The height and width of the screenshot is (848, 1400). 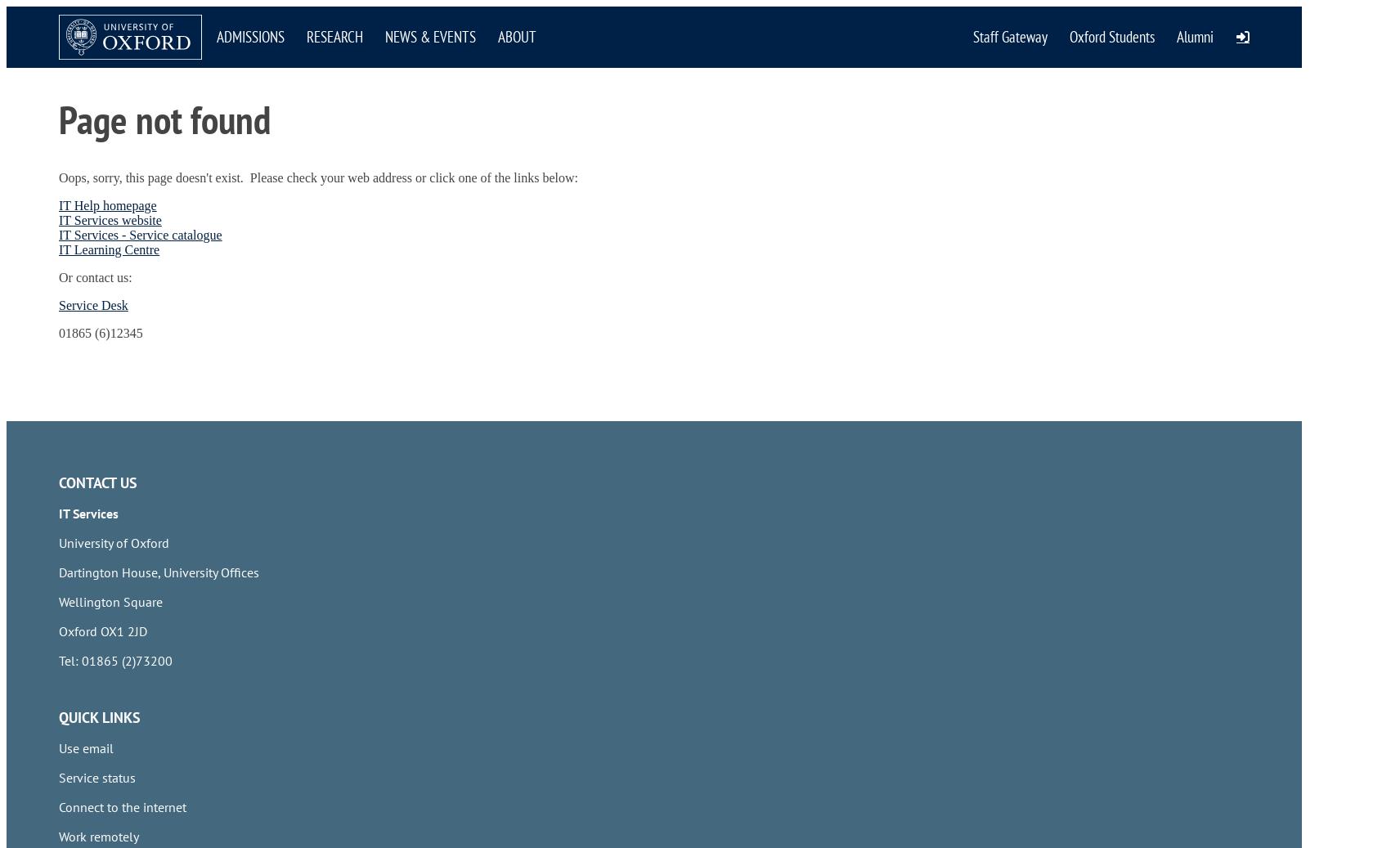 I want to click on 'HR Self-Service login', so click(x=58, y=309).